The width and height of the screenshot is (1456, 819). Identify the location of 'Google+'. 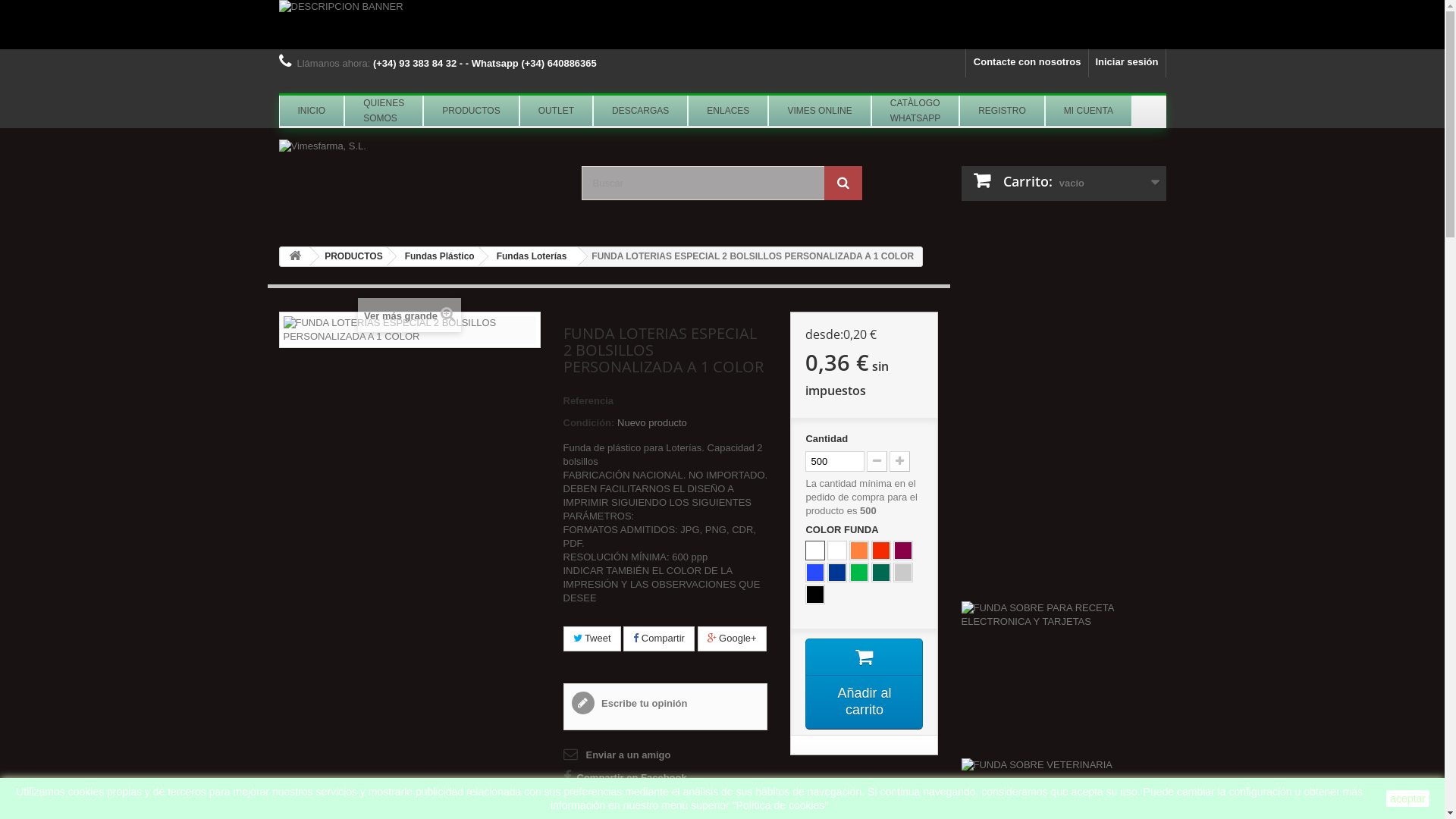
(732, 639).